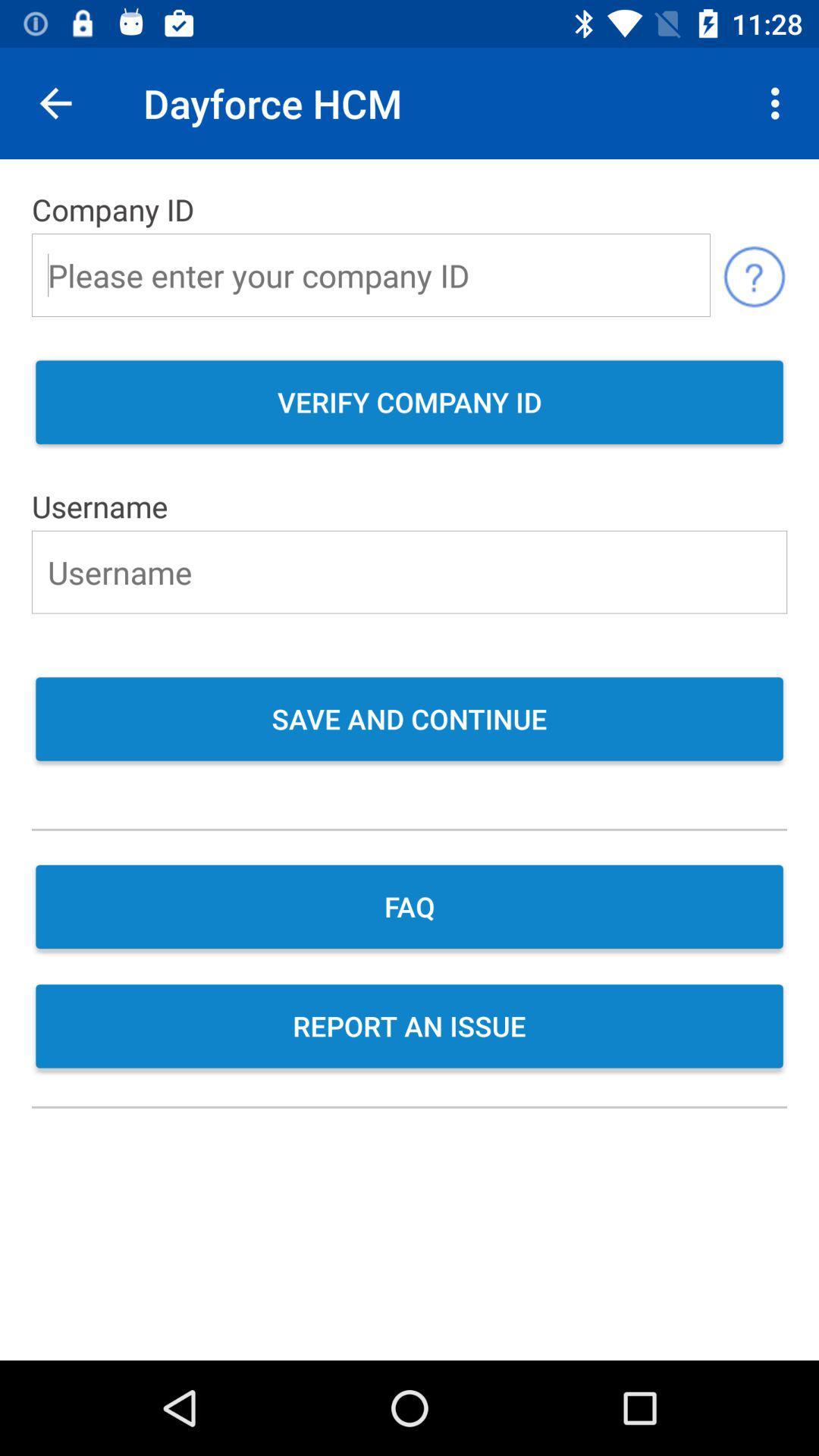  What do you see at coordinates (409, 720) in the screenshot?
I see `the save and continue item` at bounding box center [409, 720].